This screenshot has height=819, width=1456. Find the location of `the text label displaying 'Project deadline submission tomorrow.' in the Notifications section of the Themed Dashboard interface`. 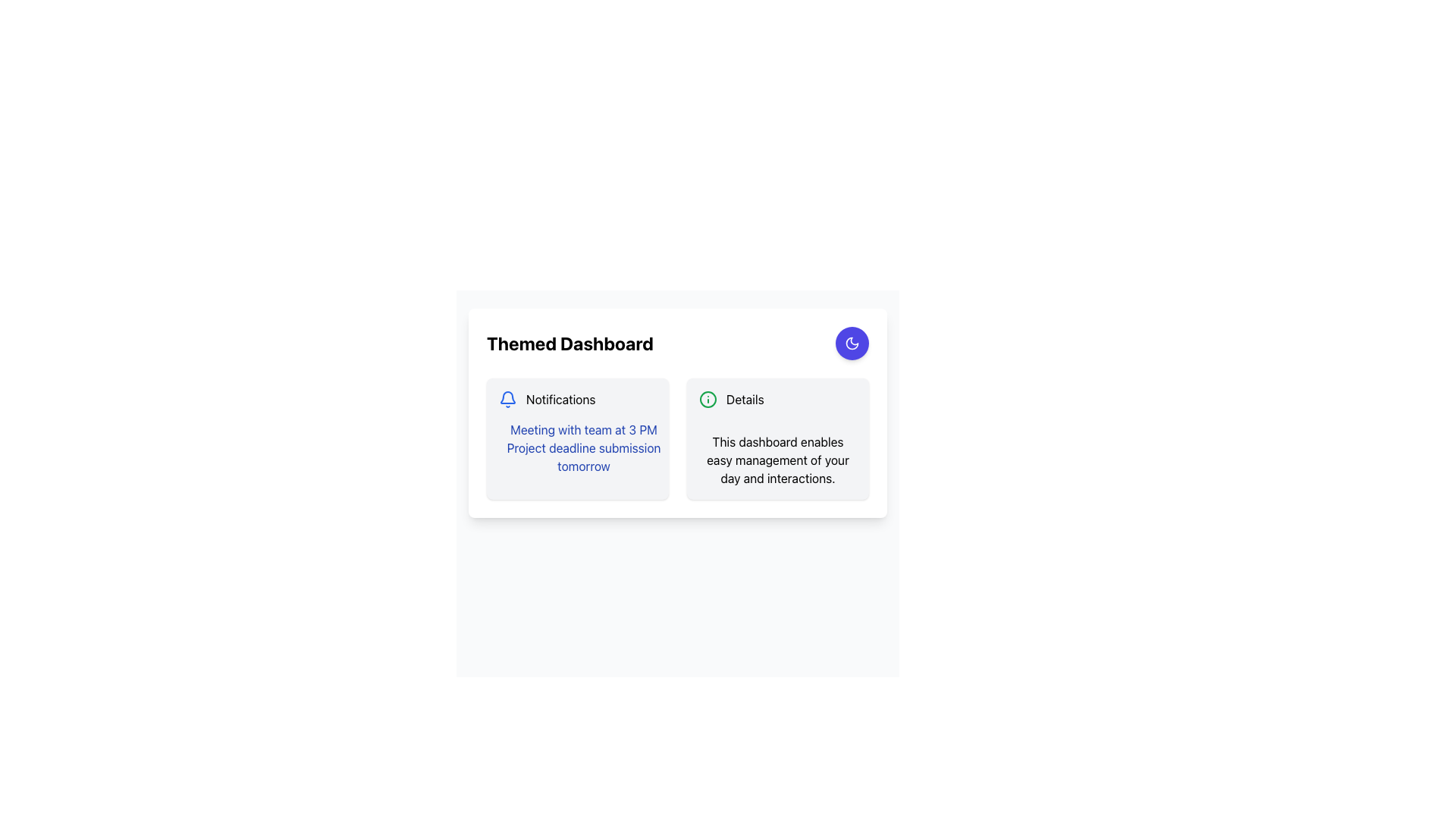

the text label displaying 'Project deadline submission tomorrow.' in the Notifications section of the Themed Dashboard interface is located at coordinates (582, 456).